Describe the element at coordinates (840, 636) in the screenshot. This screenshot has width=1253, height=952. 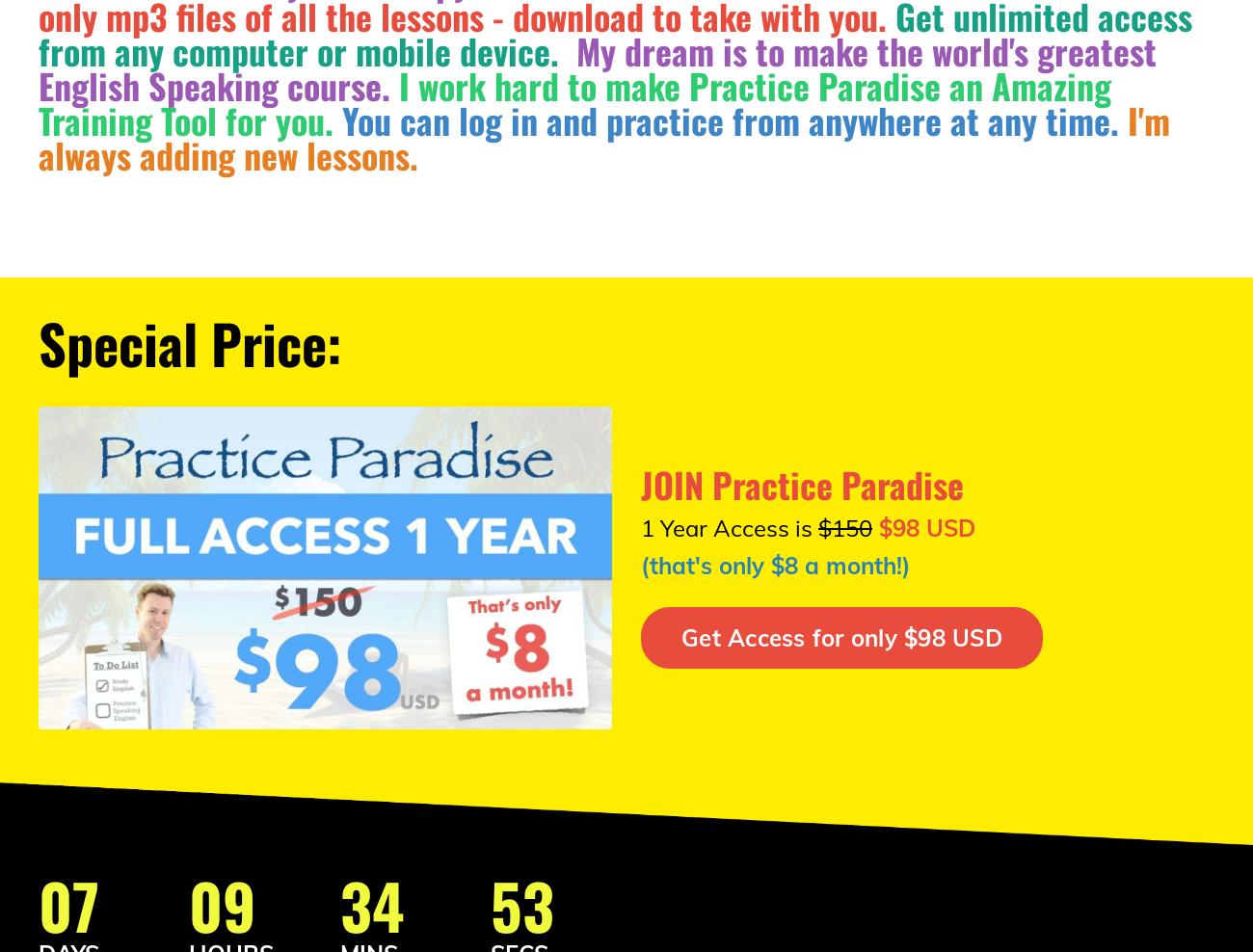
I see `'Get Access for only $98 USD'` at that location.